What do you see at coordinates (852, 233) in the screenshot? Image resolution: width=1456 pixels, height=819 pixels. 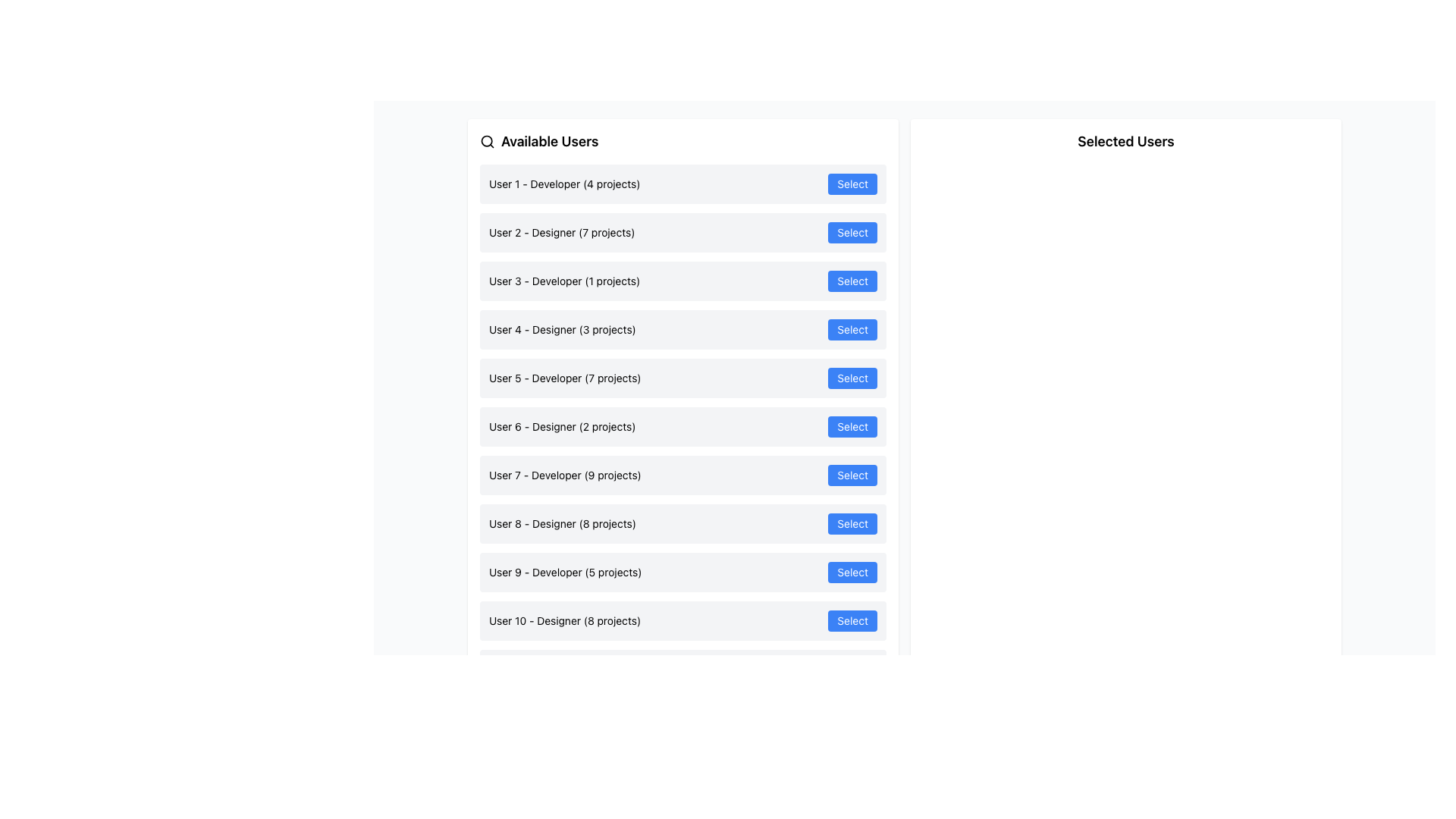 I see `the rectangular button with a blue background and white bold text reading 'Select', which is located to the far right of the entry labeled 'User 2 - Designer (7 projects)' in the 'Available Users' list` at bounding box center [852, 233].